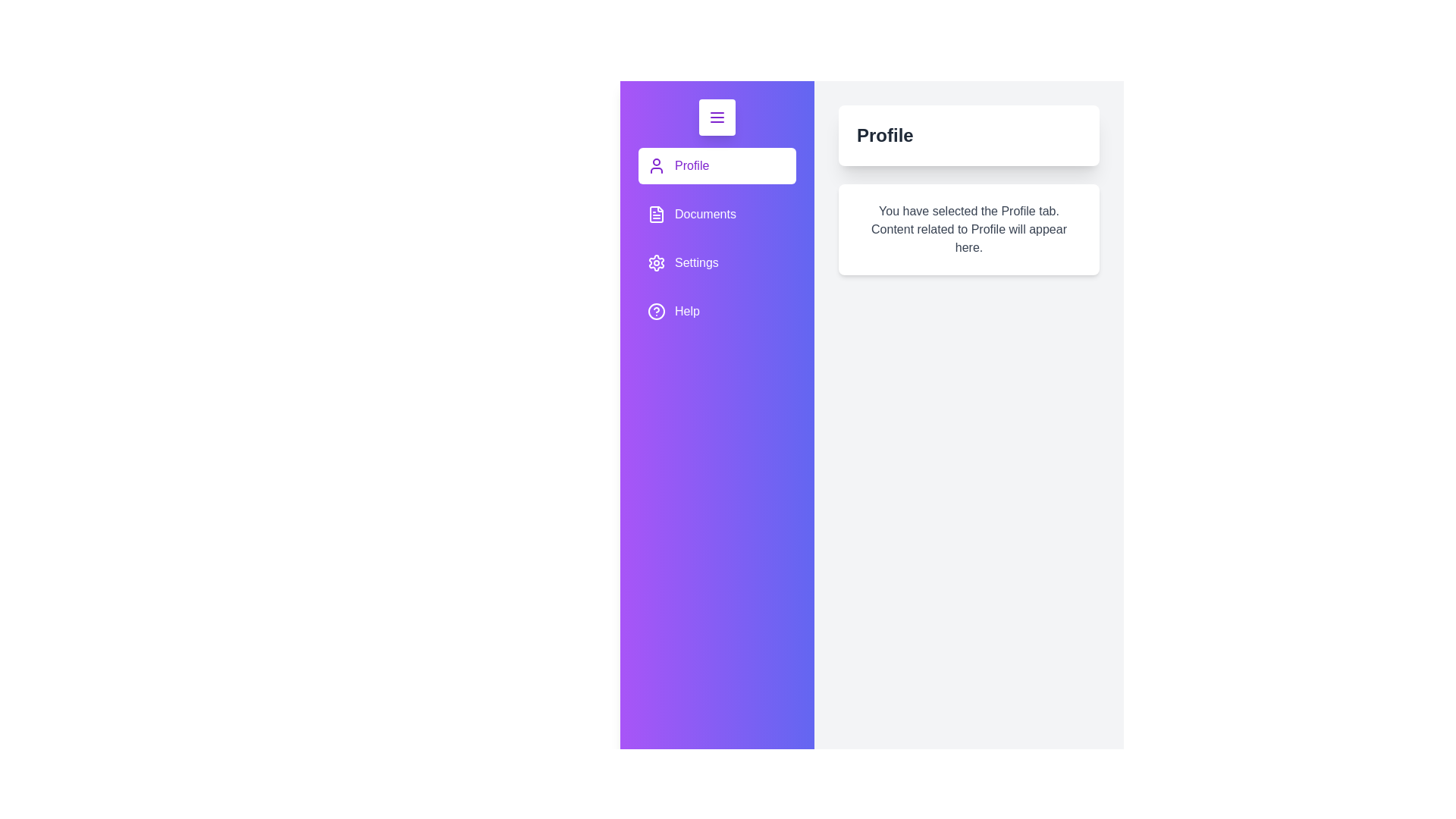 The image size is (1456, 819). Describe the element at coordinates (716, 262) in the screenshot. I see `the Settings tab to view its content` at that location.